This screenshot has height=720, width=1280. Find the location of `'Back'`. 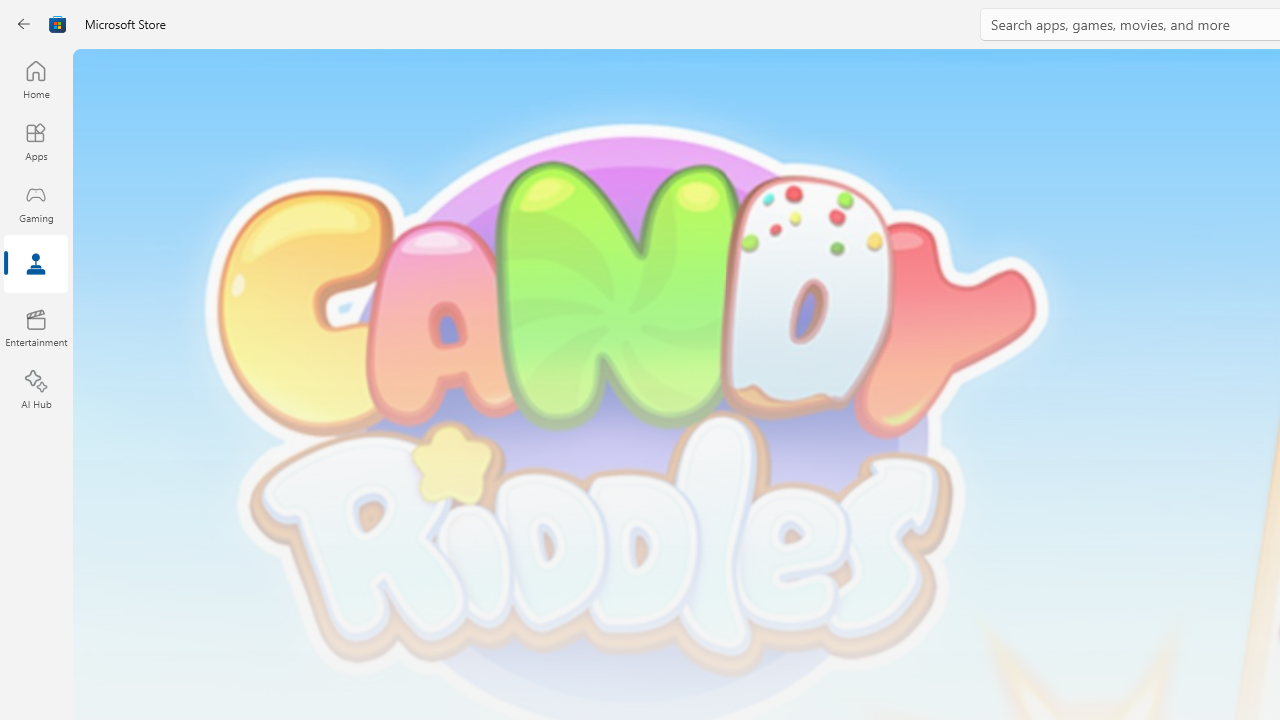

'Back' is located at coordinates (24, 24).